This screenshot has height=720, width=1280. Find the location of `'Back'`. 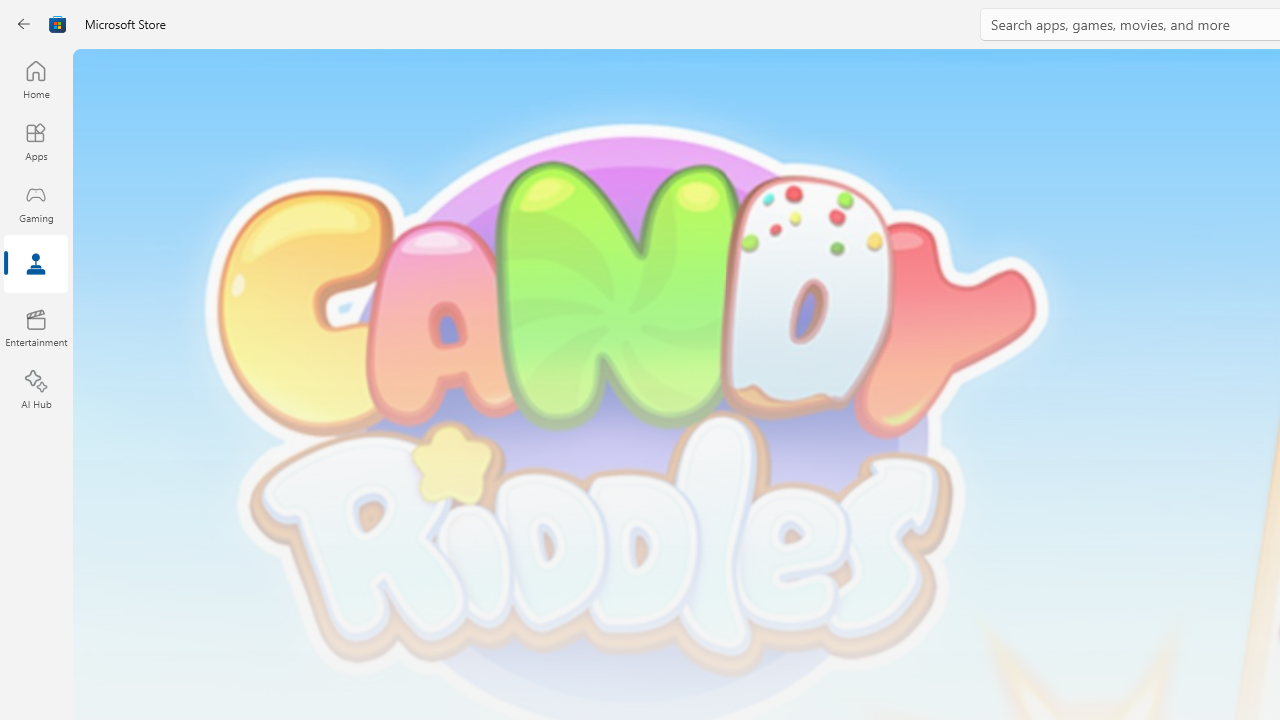

'Back' is located at coordinates (24, 24).